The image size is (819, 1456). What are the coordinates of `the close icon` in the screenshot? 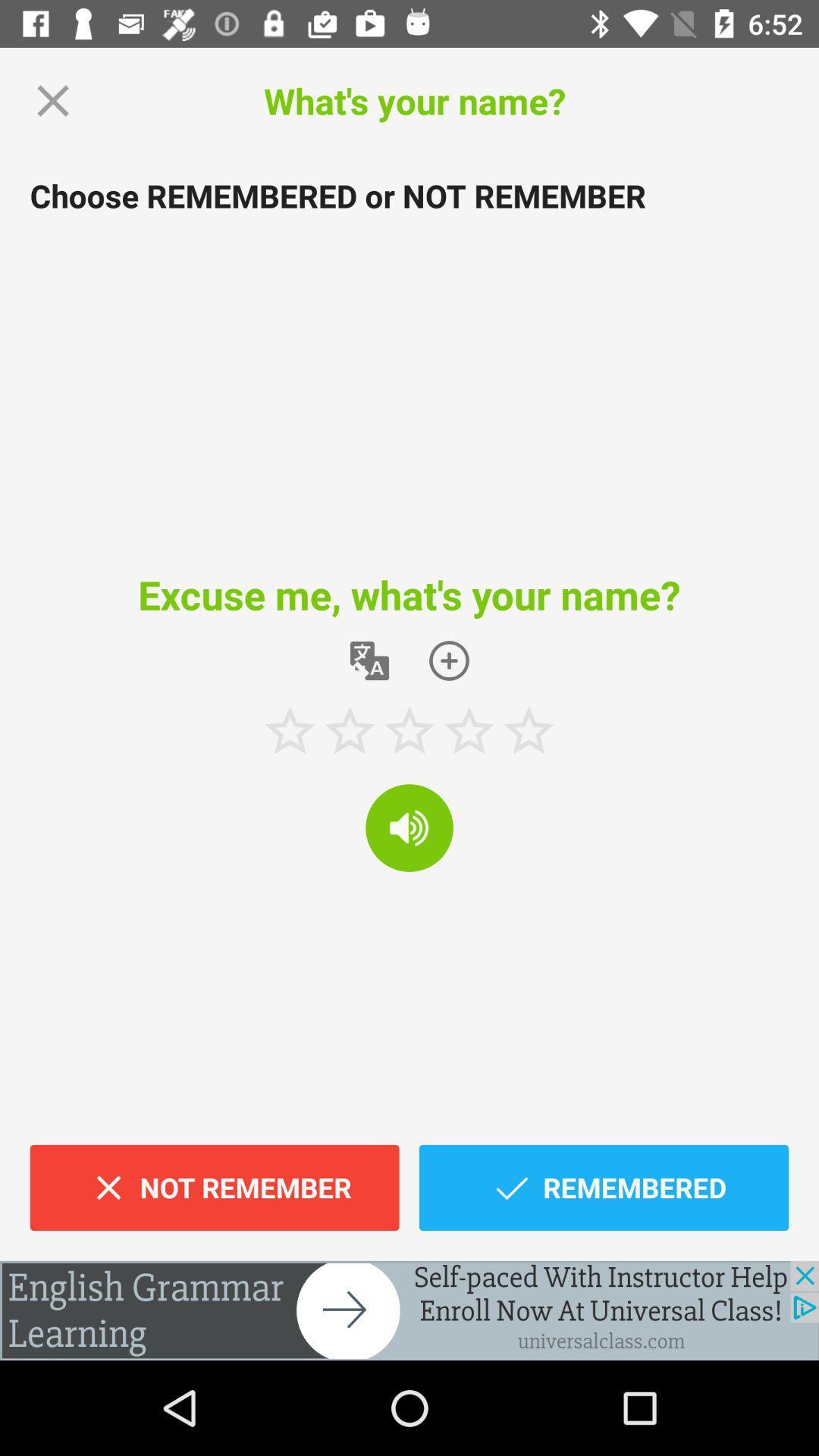 It's located at (52, 100).